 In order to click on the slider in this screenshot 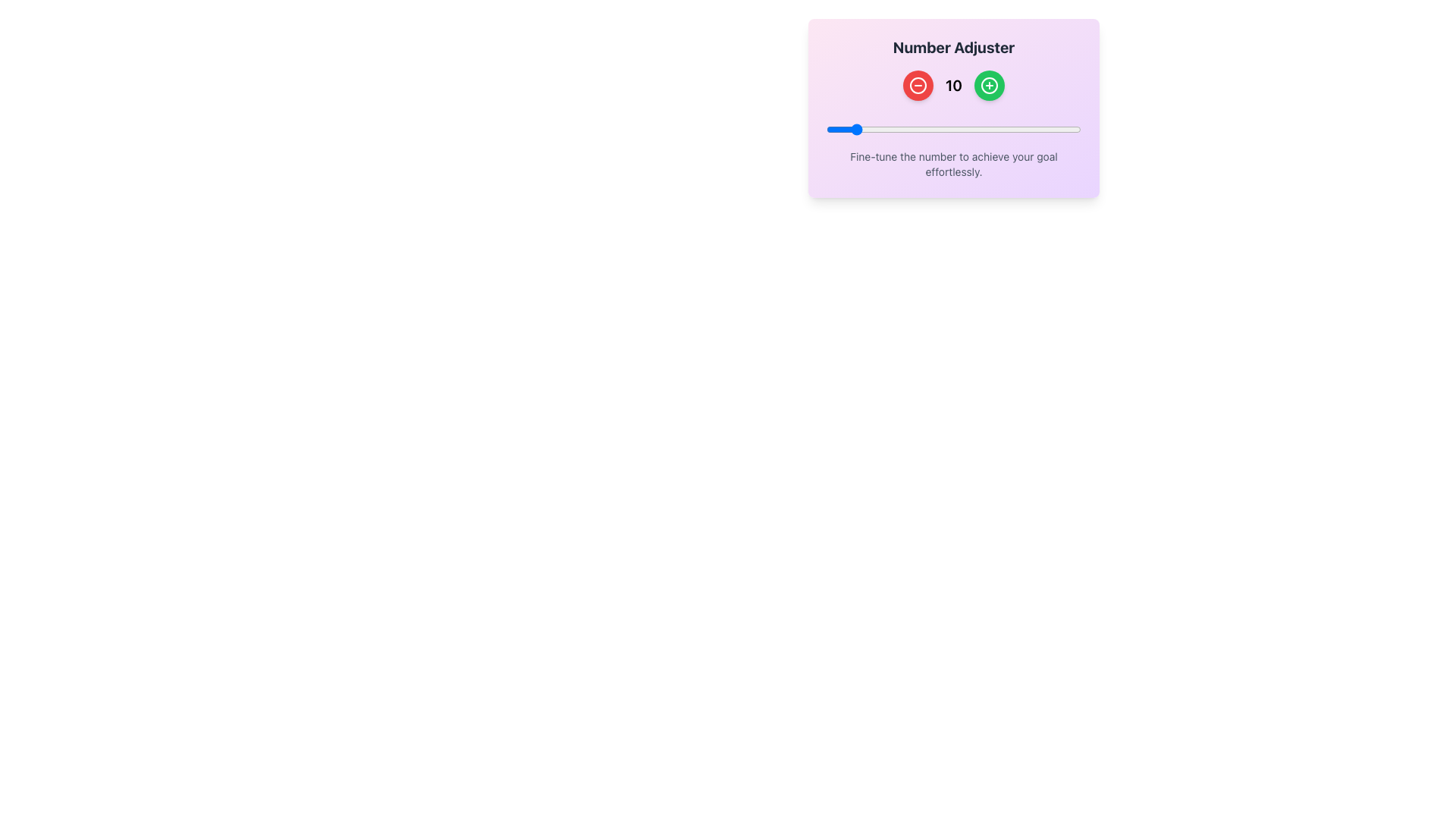, I will do `click(1070, 128)`.